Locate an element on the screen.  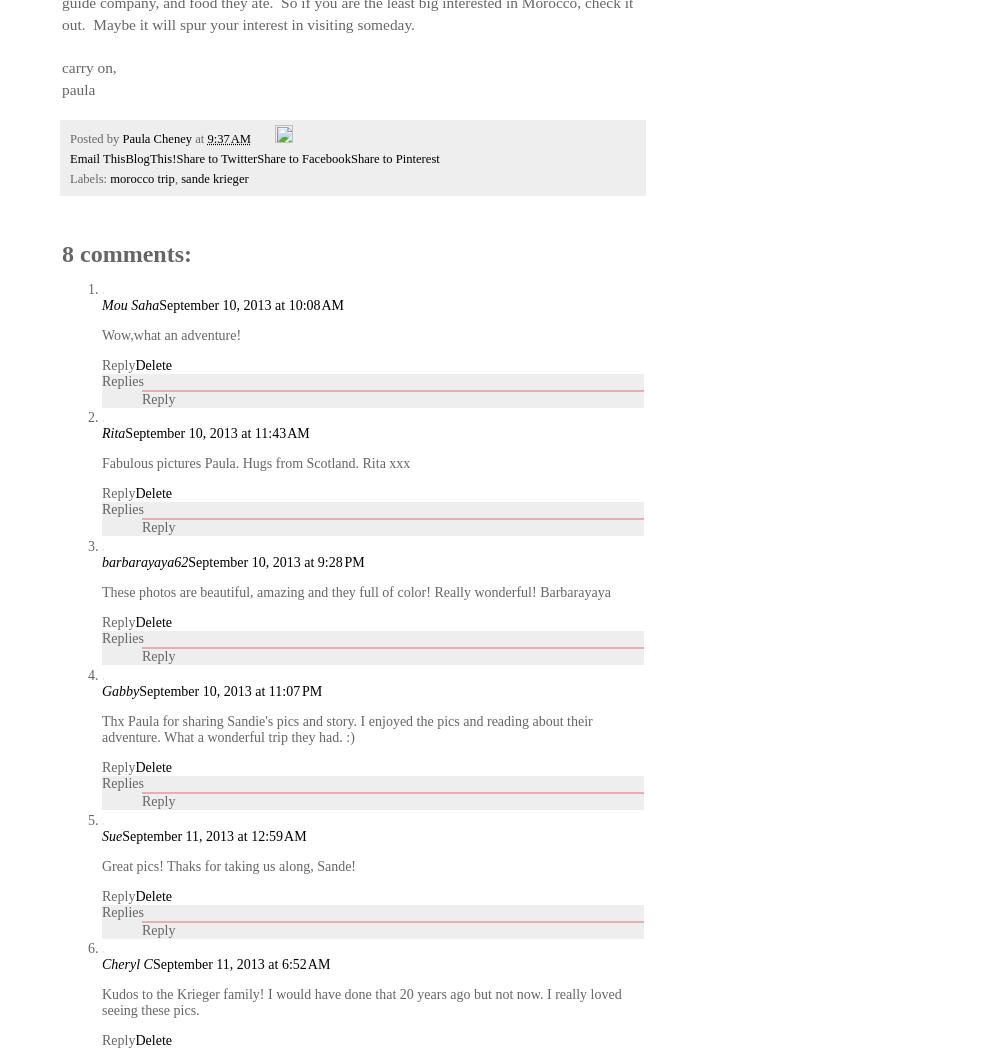
'Cheryl C' is located at coordinates (127, 964).